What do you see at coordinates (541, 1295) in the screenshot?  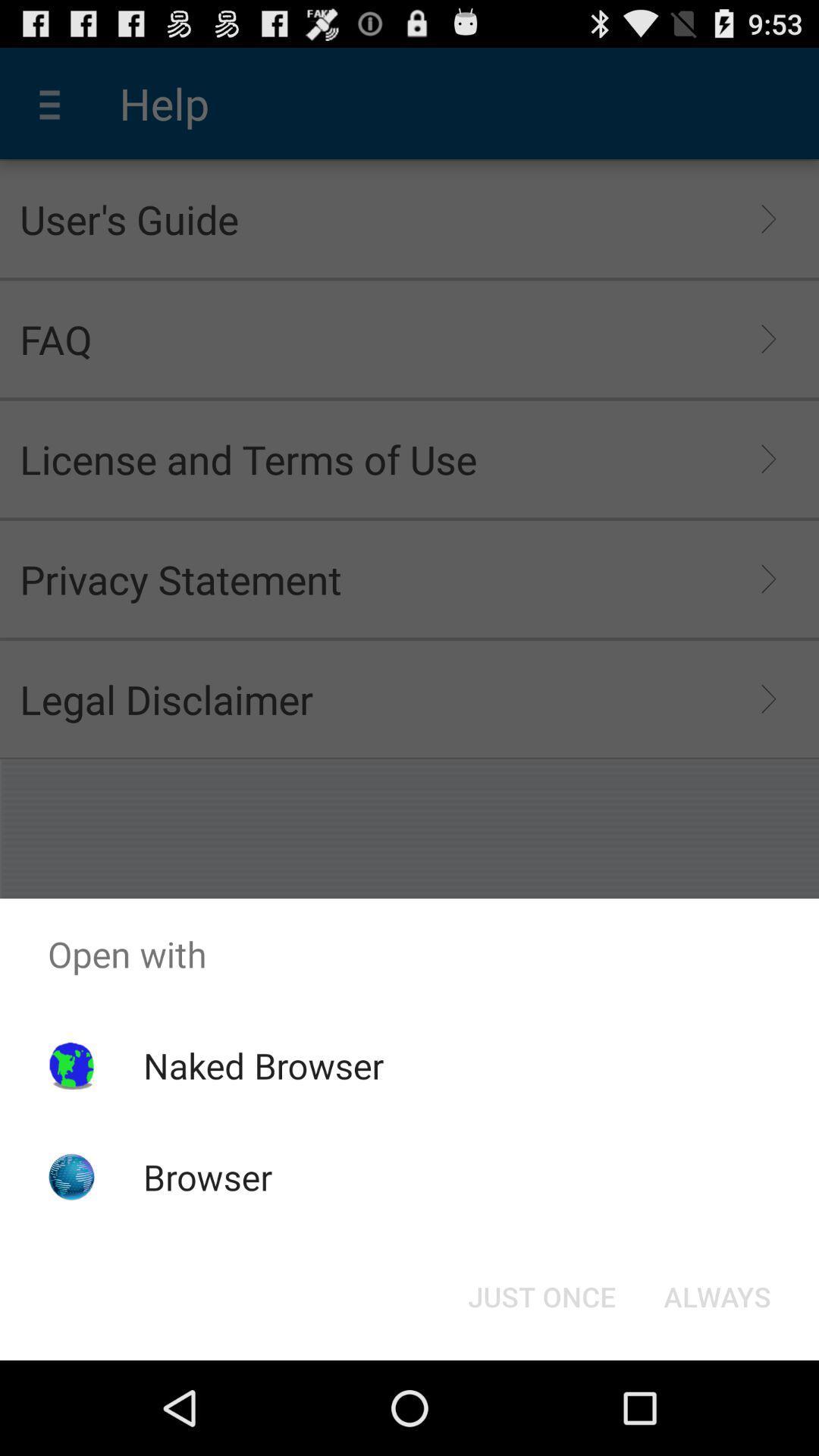 I see `item next to always icon` at bounding box center [541, 1295].